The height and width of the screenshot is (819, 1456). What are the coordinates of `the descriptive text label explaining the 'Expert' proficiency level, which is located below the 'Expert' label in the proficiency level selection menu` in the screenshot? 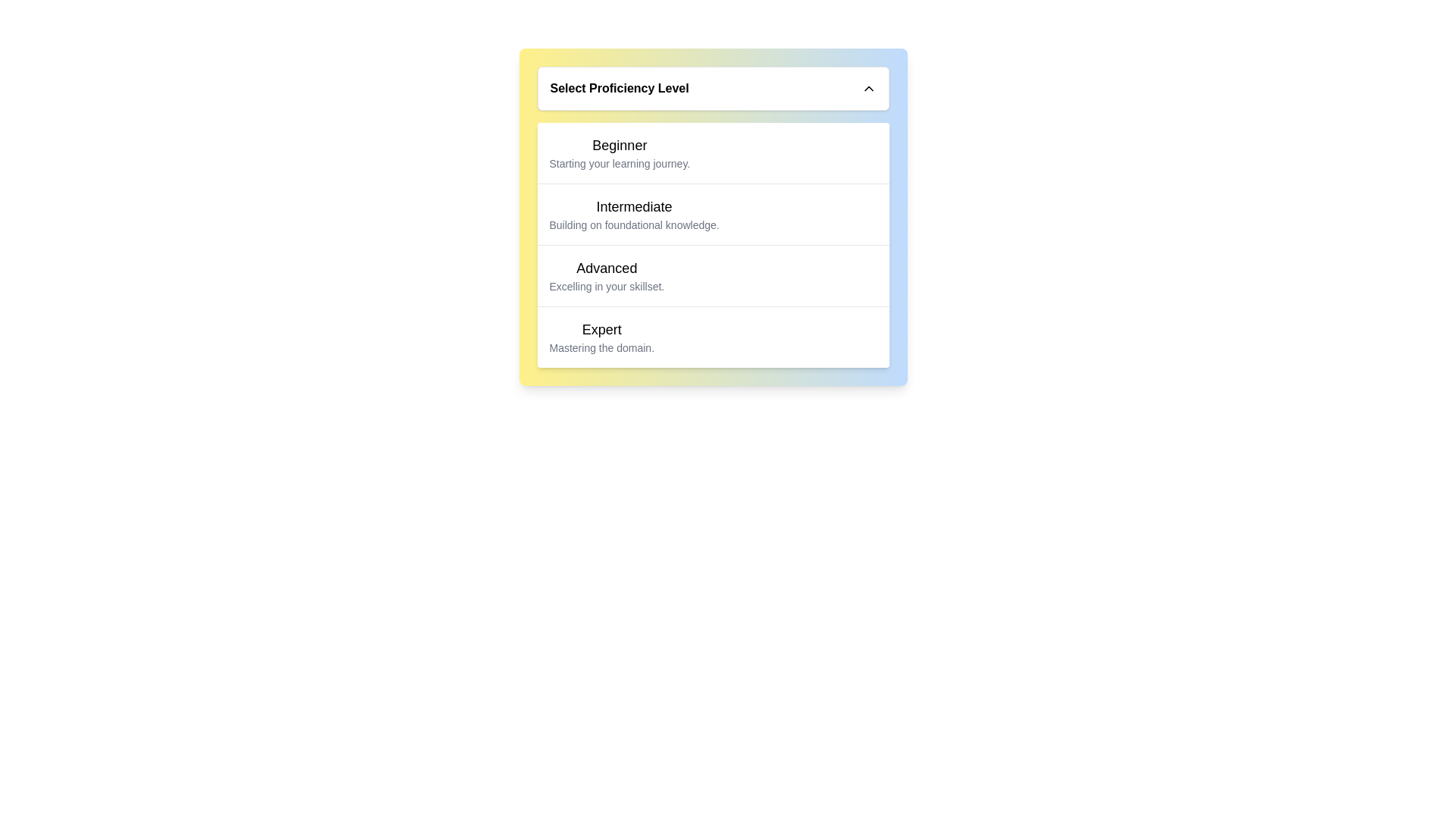 It's located at (601, 348).